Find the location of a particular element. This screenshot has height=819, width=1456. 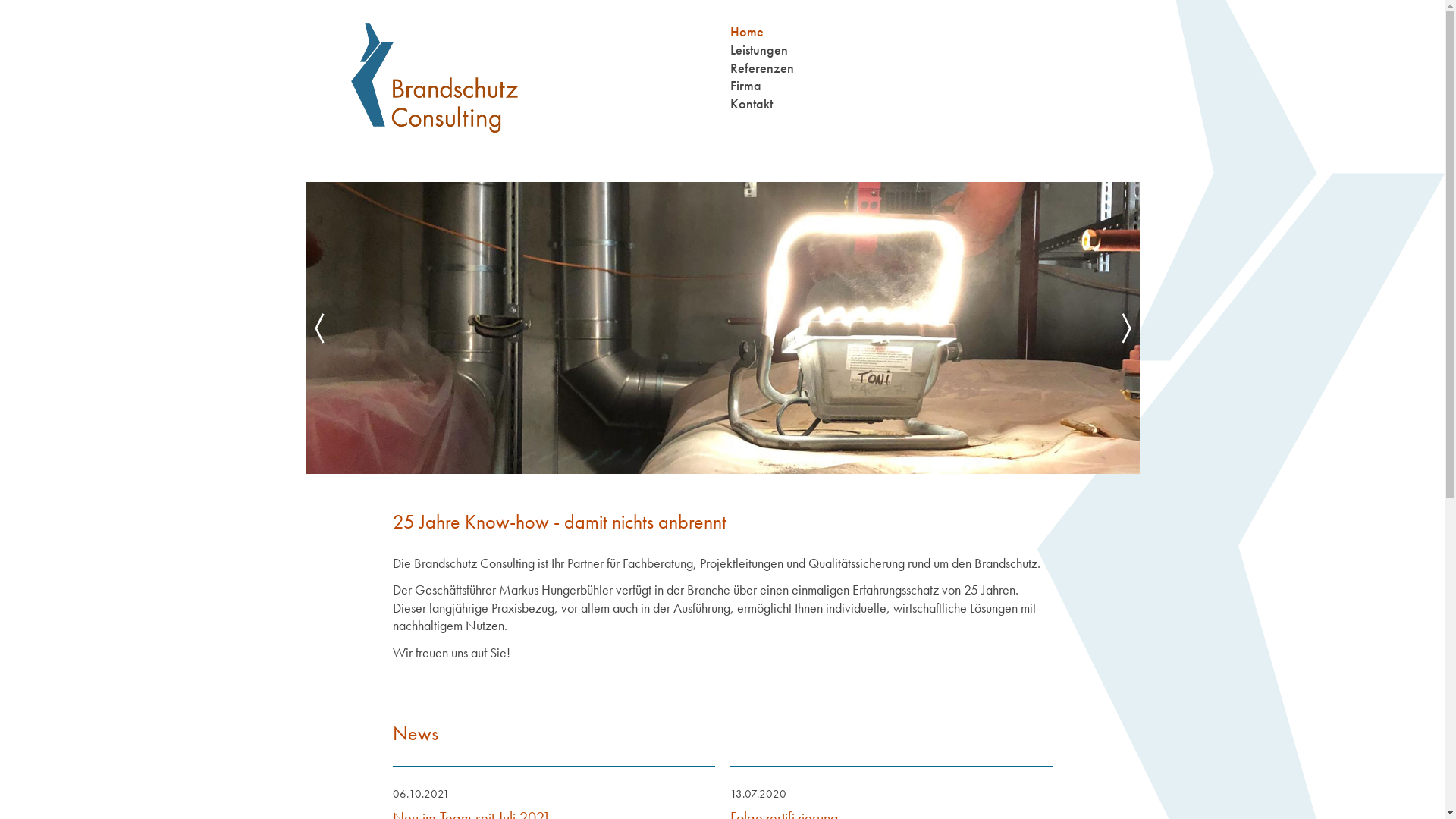

'Firma' is located at coordinates (729, 85).